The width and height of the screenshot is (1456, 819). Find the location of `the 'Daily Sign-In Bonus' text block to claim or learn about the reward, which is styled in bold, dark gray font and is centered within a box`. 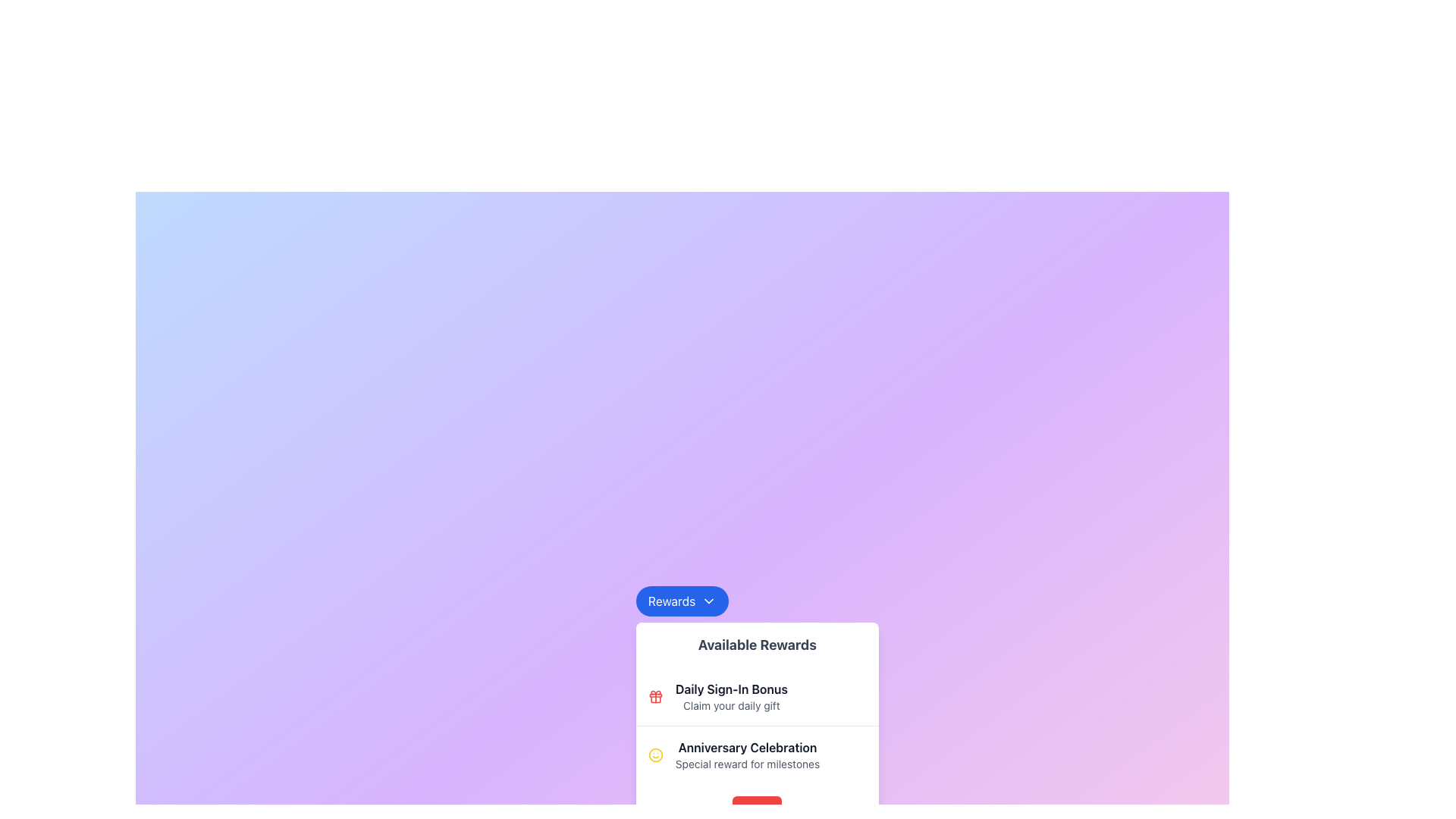

the 'Daily Sign-In Bonus' text block to claim or learn about the reward, which is styled in bold, dark gray font and is centered within a box is located at coordinates (731, 696).